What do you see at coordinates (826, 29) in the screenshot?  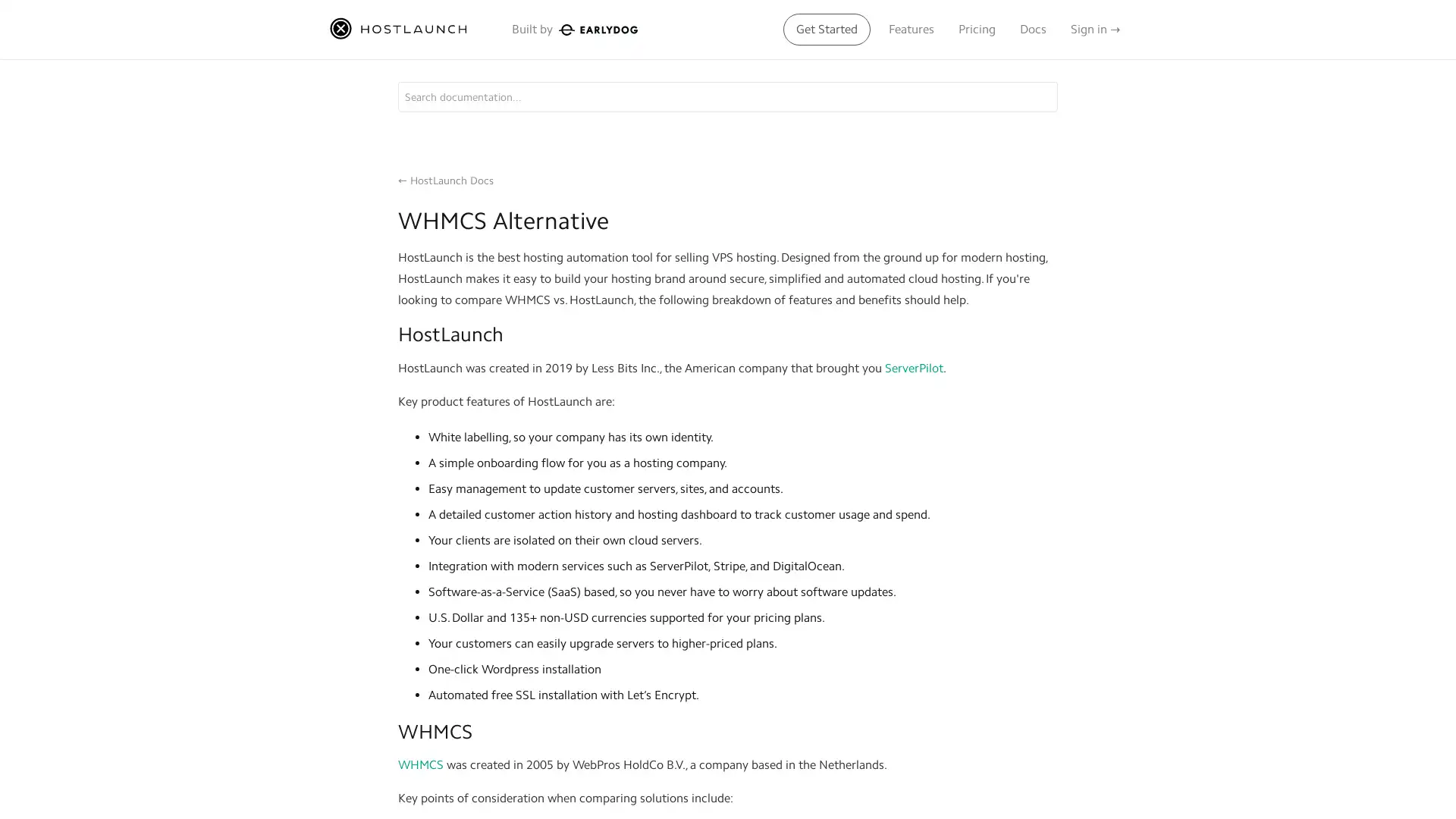 I see `Get Started` at bounding box center [826, 29].